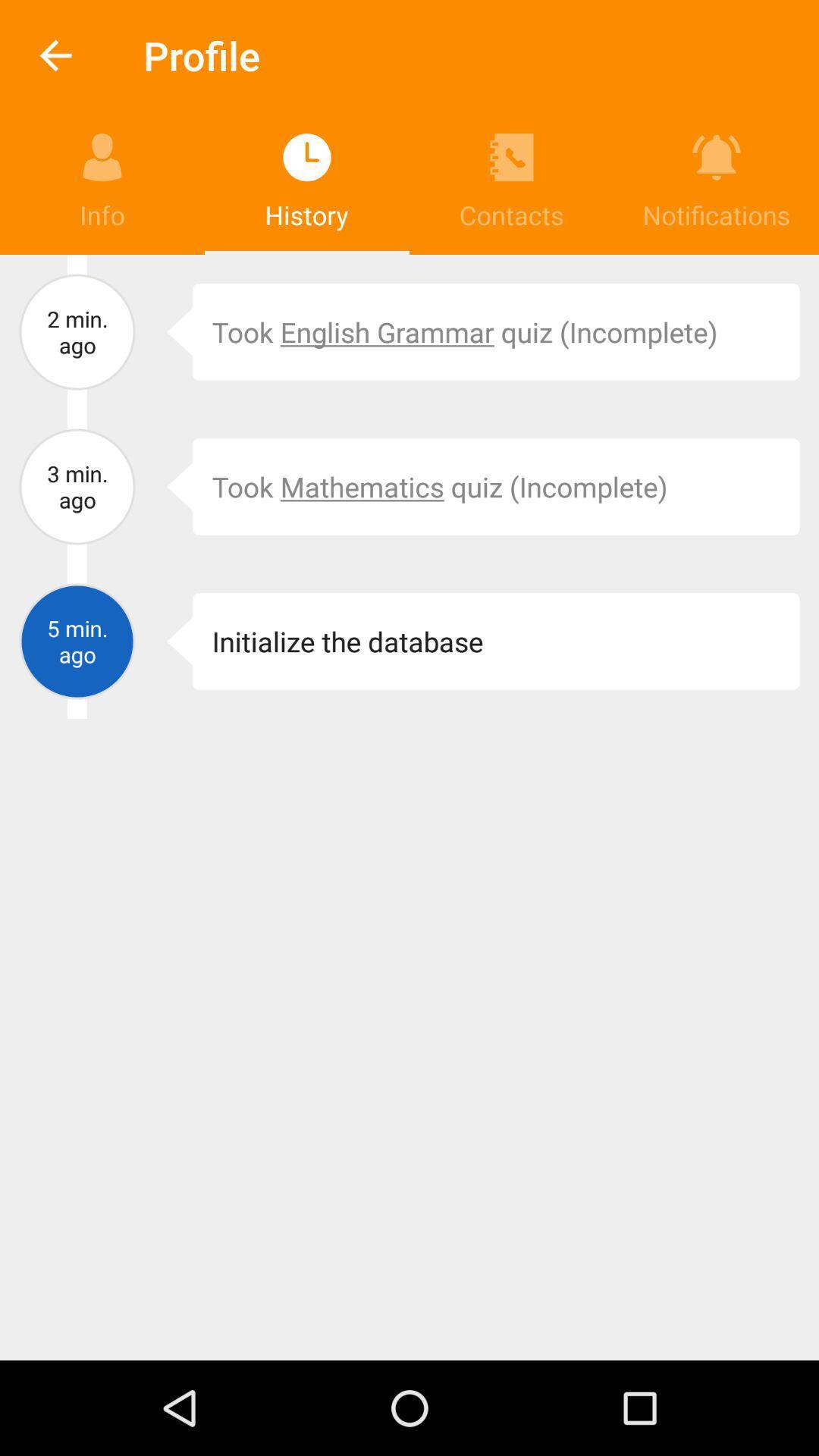 The height and width of the screenshot is (1456, 819). Describe the element at coordinates (168, 487) in the screenshot. I see `app next to the 3 min. ago item` at that location.